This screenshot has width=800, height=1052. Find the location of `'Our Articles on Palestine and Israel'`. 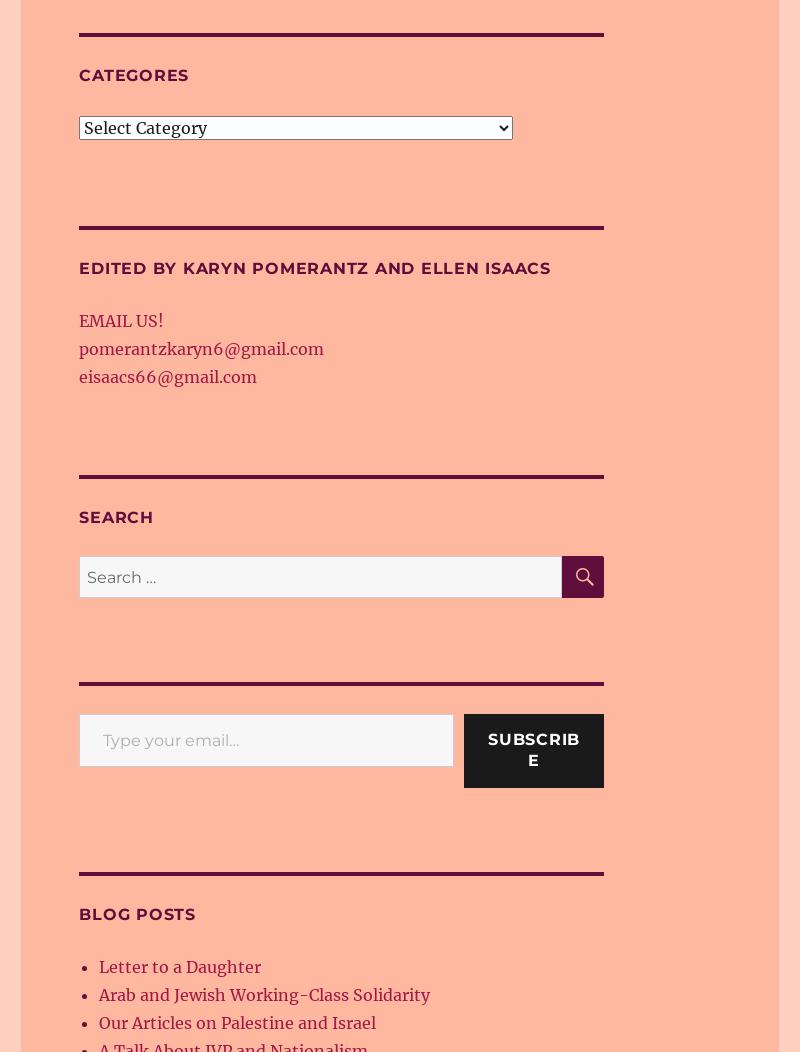

'Our Articles on Palestine and Israel' is located at coordinates (236, 1021).